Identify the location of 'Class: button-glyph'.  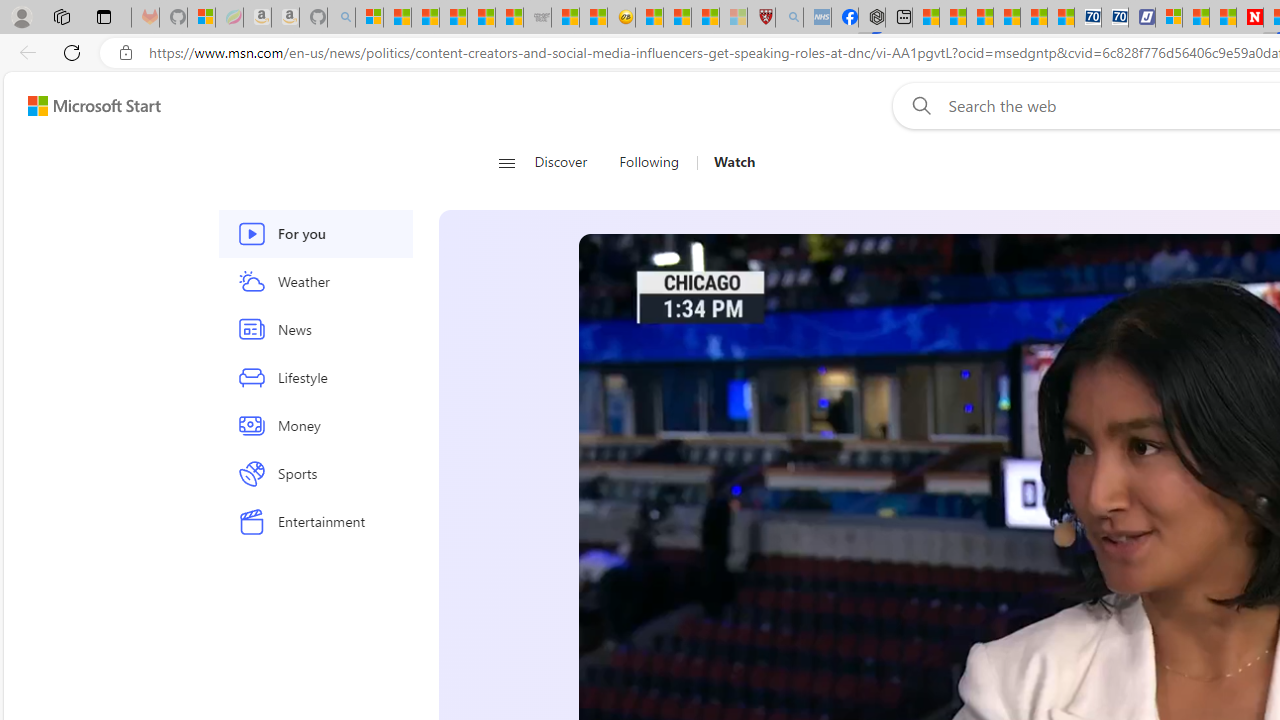
(506, 162).